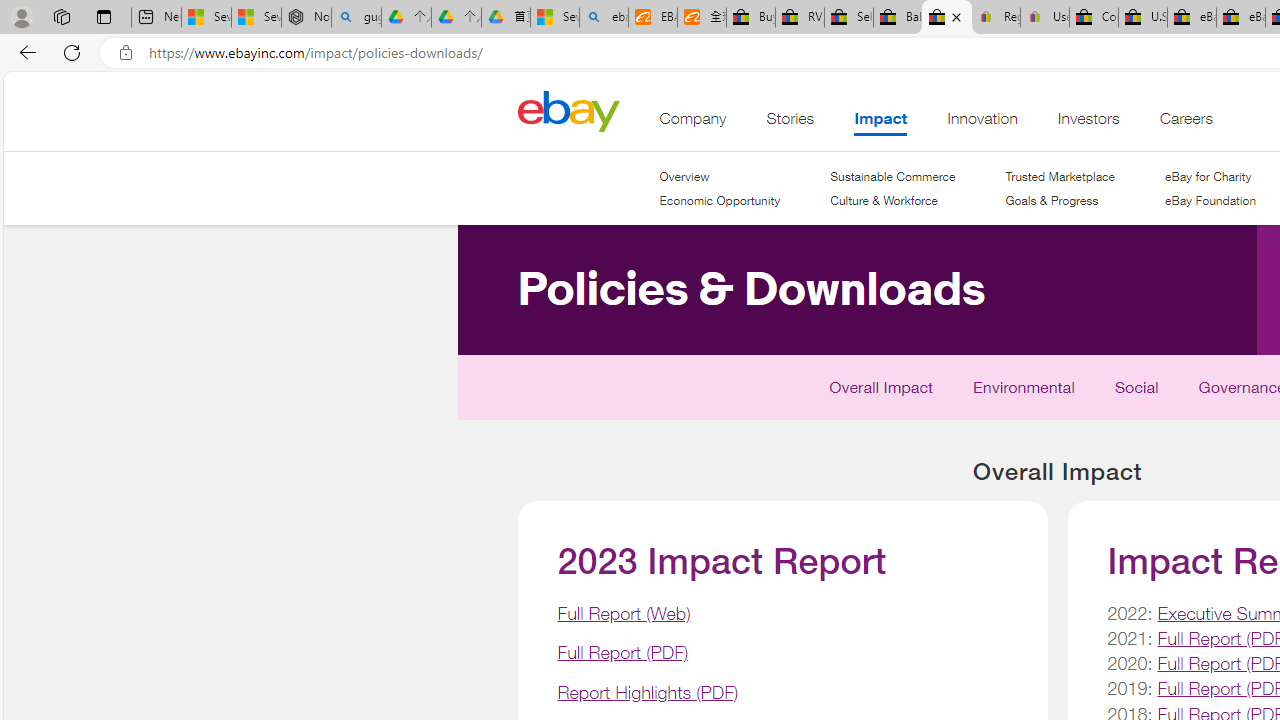  What do you see at coordinates (849, 17) in the screenshot?
I see `'Sell worldwide with eBay'` at bounding box center [849, 17].